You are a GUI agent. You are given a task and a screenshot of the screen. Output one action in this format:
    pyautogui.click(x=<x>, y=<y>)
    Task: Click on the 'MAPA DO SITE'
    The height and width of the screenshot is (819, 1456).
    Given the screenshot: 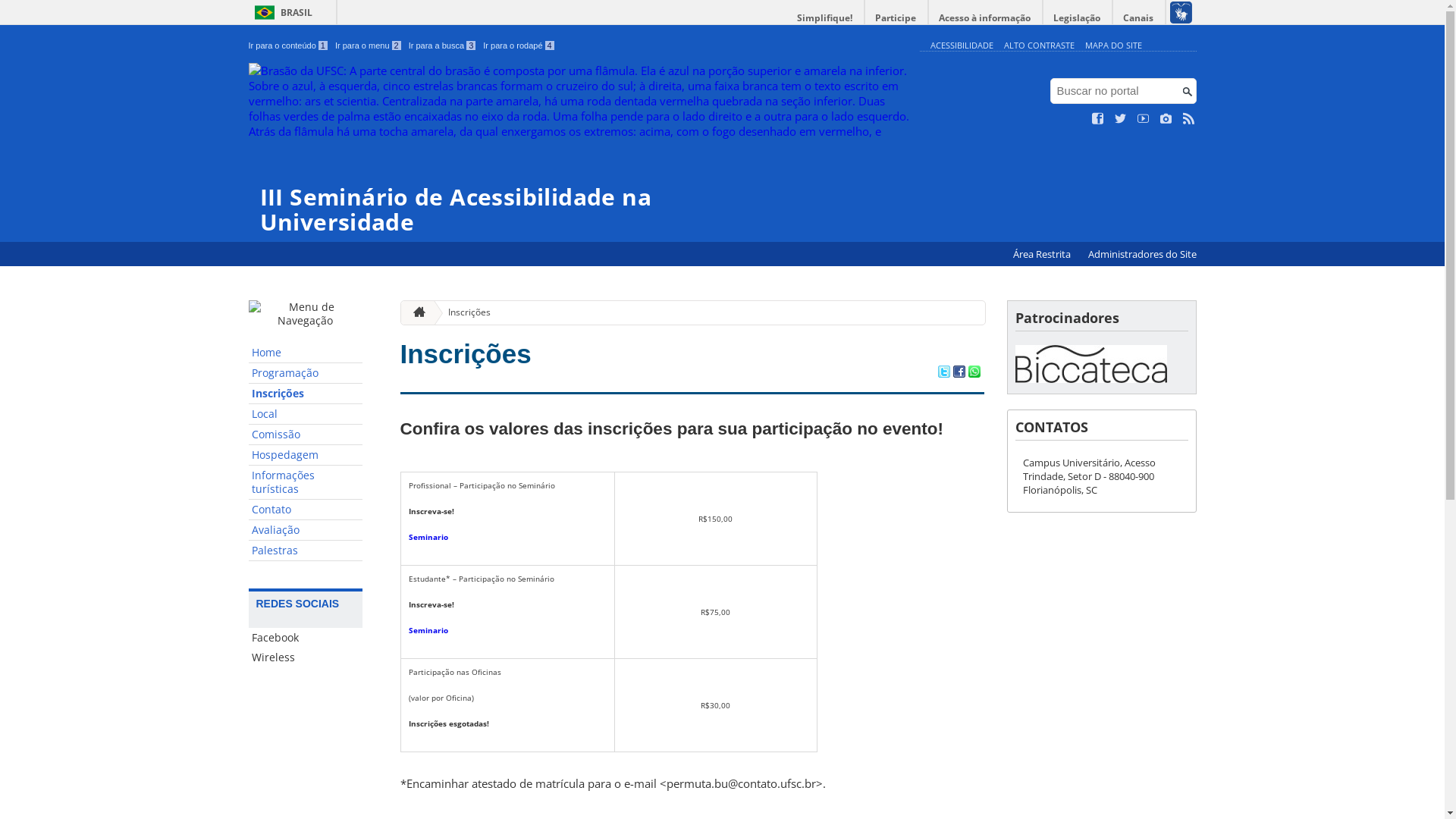 What is the action you would take?
    pyautogui.click(x=1112, y=44)
    